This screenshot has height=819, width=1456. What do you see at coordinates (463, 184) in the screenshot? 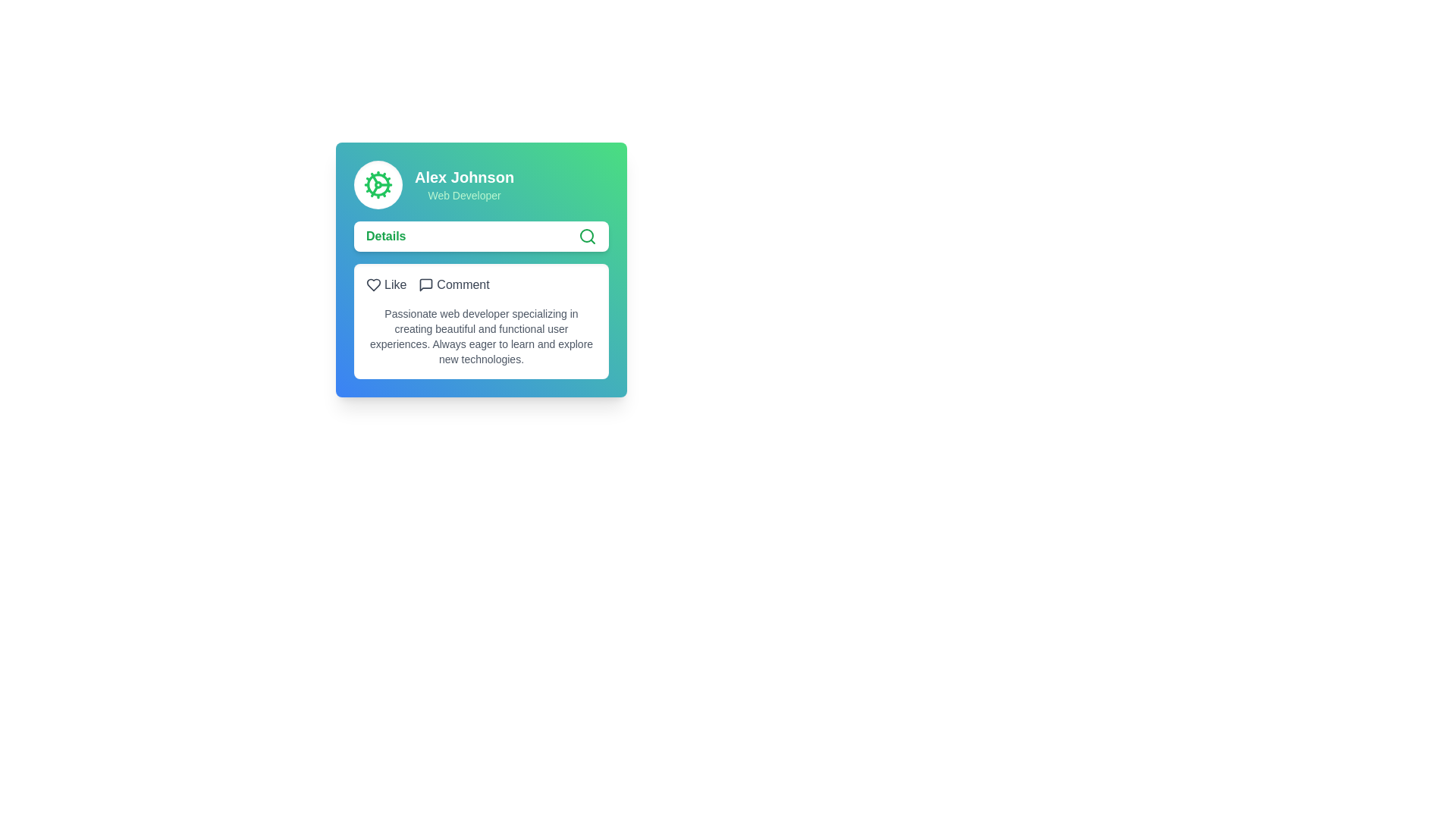
I see `the Text Block displaying the user's name and job title, located on the right side of the circular icon within the card interface` at bounding box center [463, 184].